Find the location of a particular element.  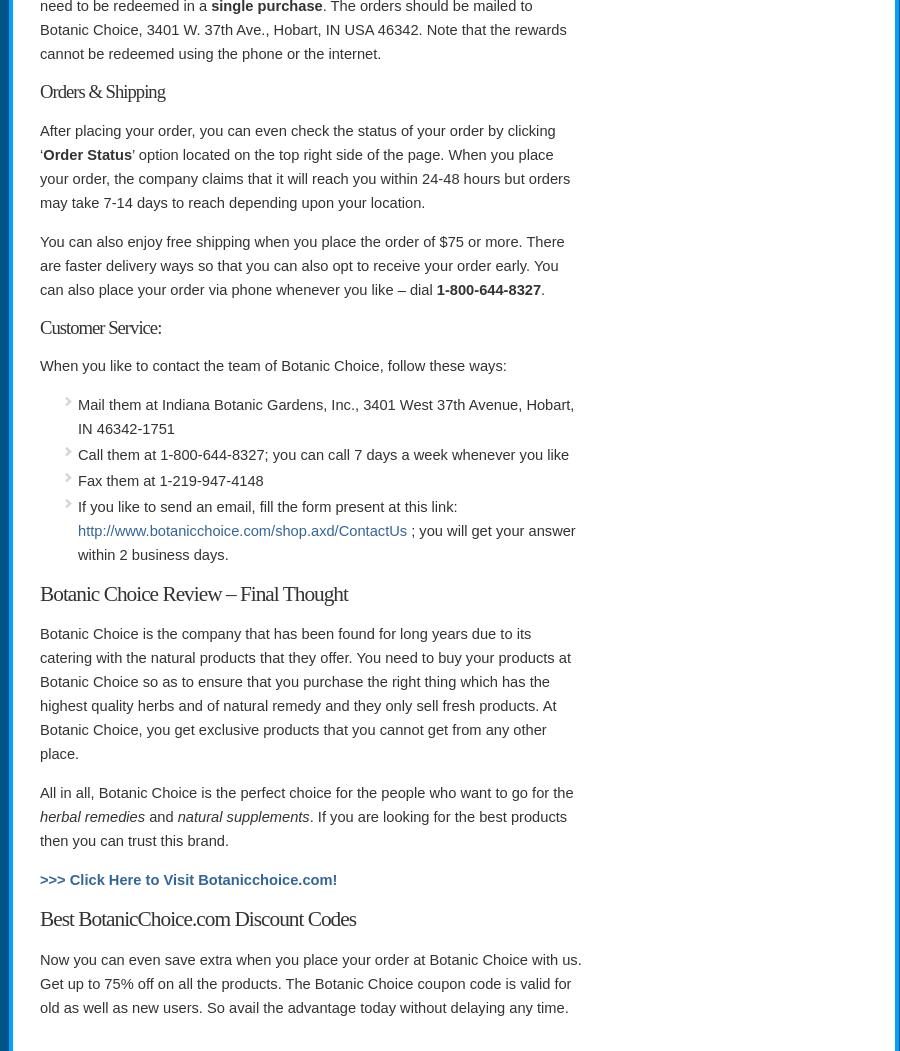

'herbal remedies' is located at coordinates (91, 817).